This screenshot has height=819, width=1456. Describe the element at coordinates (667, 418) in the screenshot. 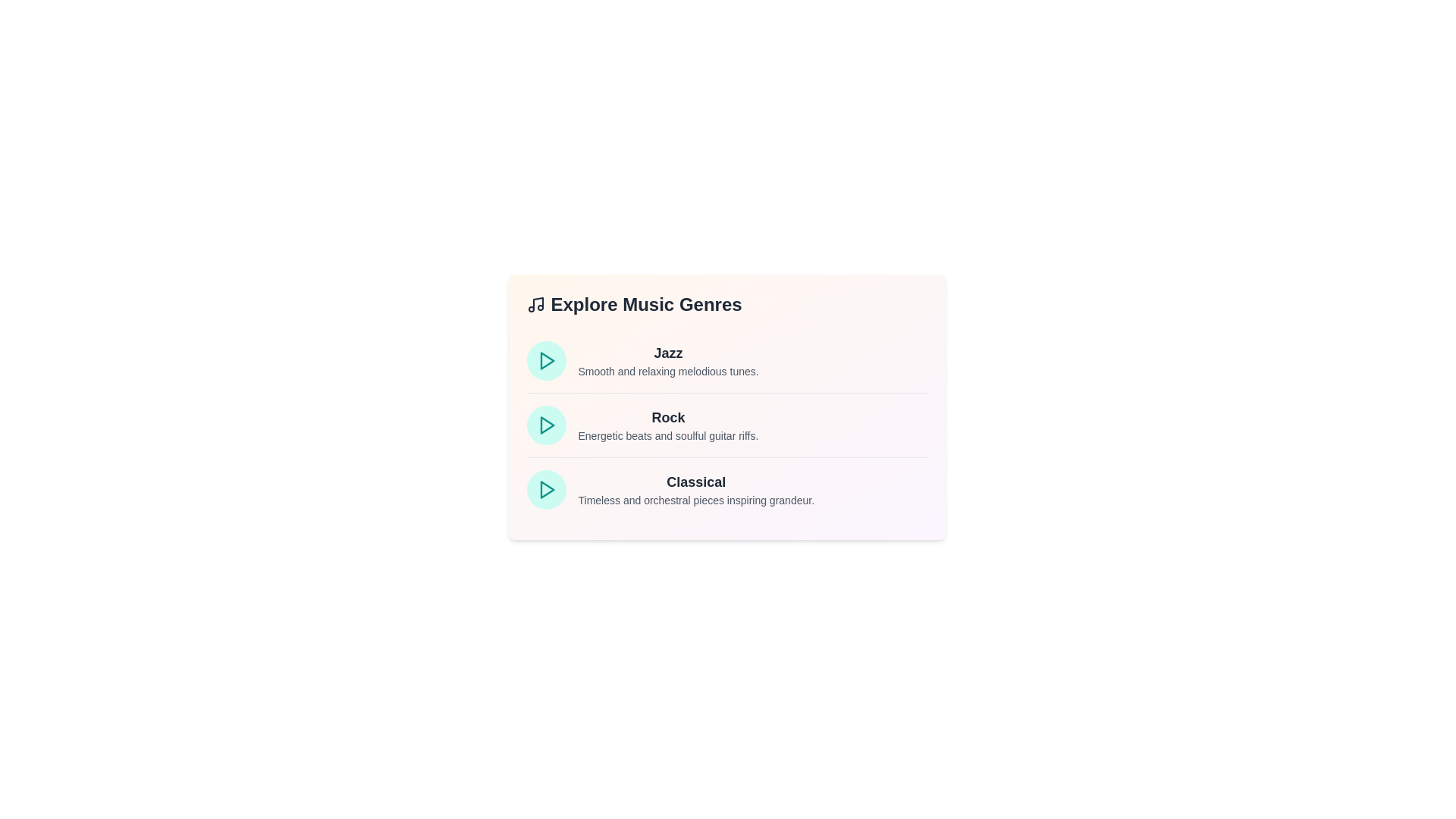

I see `the genre name Rock to highlight it` at that location.